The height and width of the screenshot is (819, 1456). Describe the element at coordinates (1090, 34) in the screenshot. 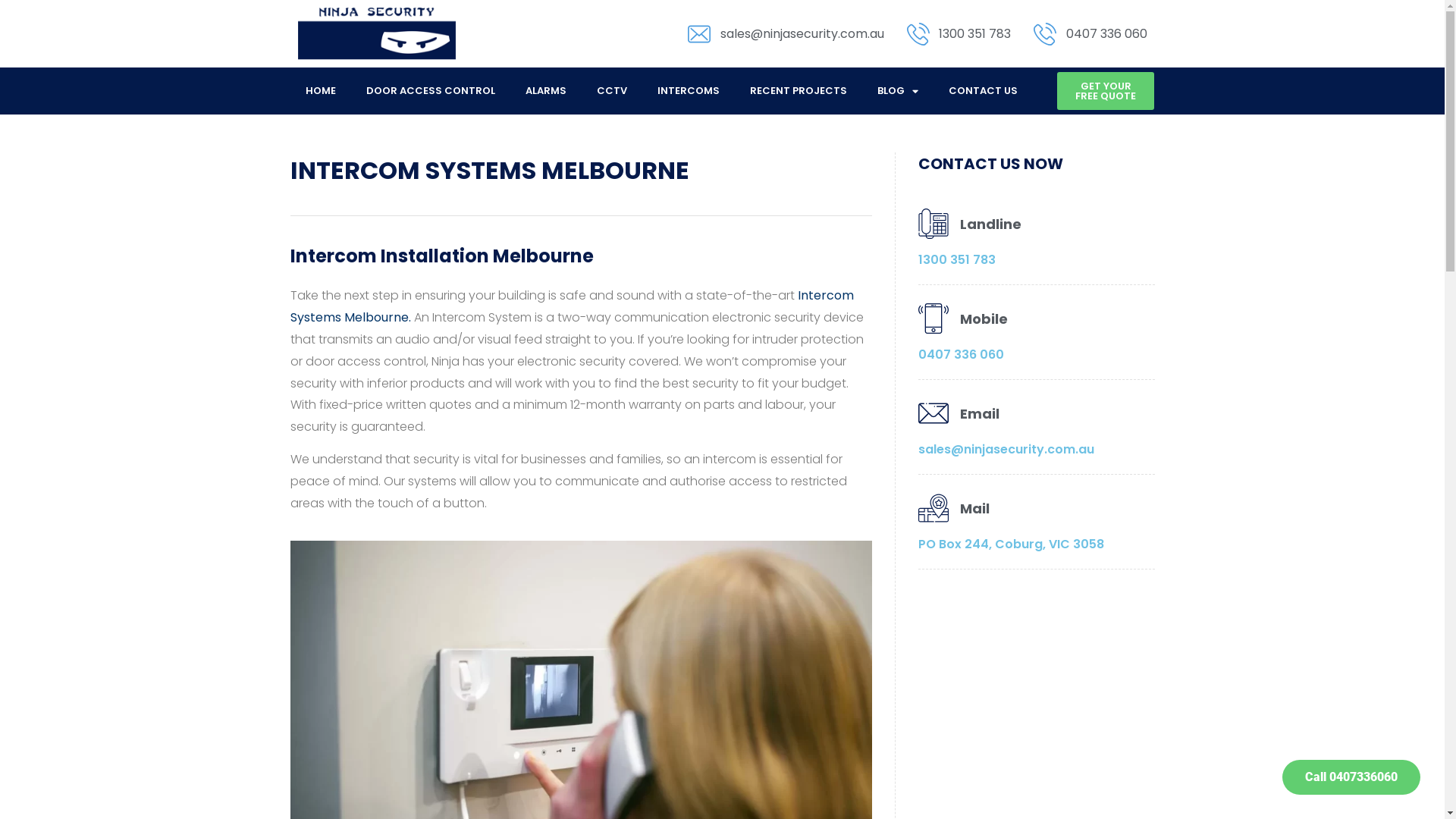

I see `'0407 336 060'` at that location.